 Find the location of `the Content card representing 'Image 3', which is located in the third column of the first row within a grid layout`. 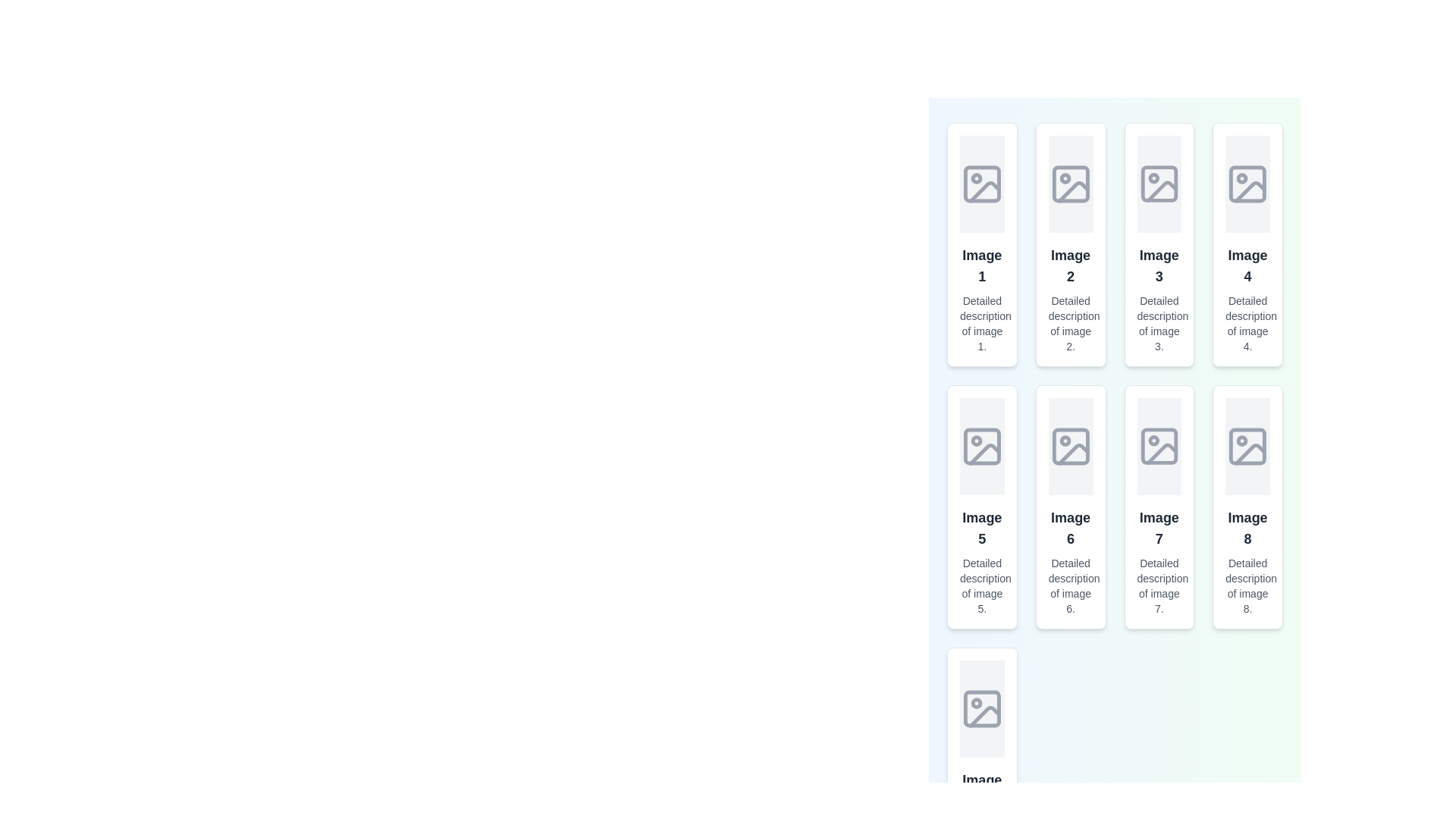

the Content card representing 'Image 3', which is located in the third column of the first row within a grid layout is located at coordinates (1158, 244).